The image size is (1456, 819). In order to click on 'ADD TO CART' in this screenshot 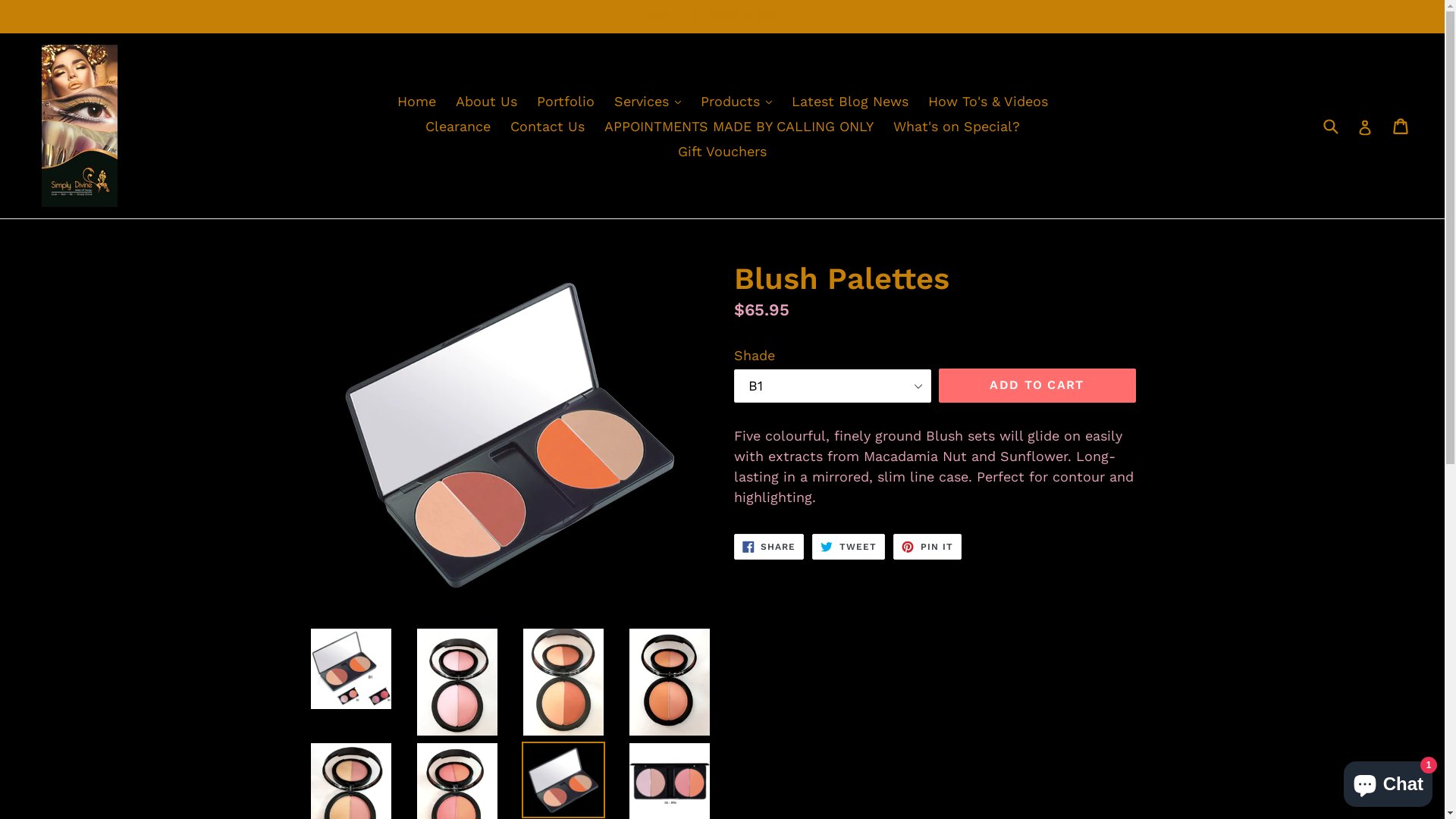, I will do `click(1037, 384)`.